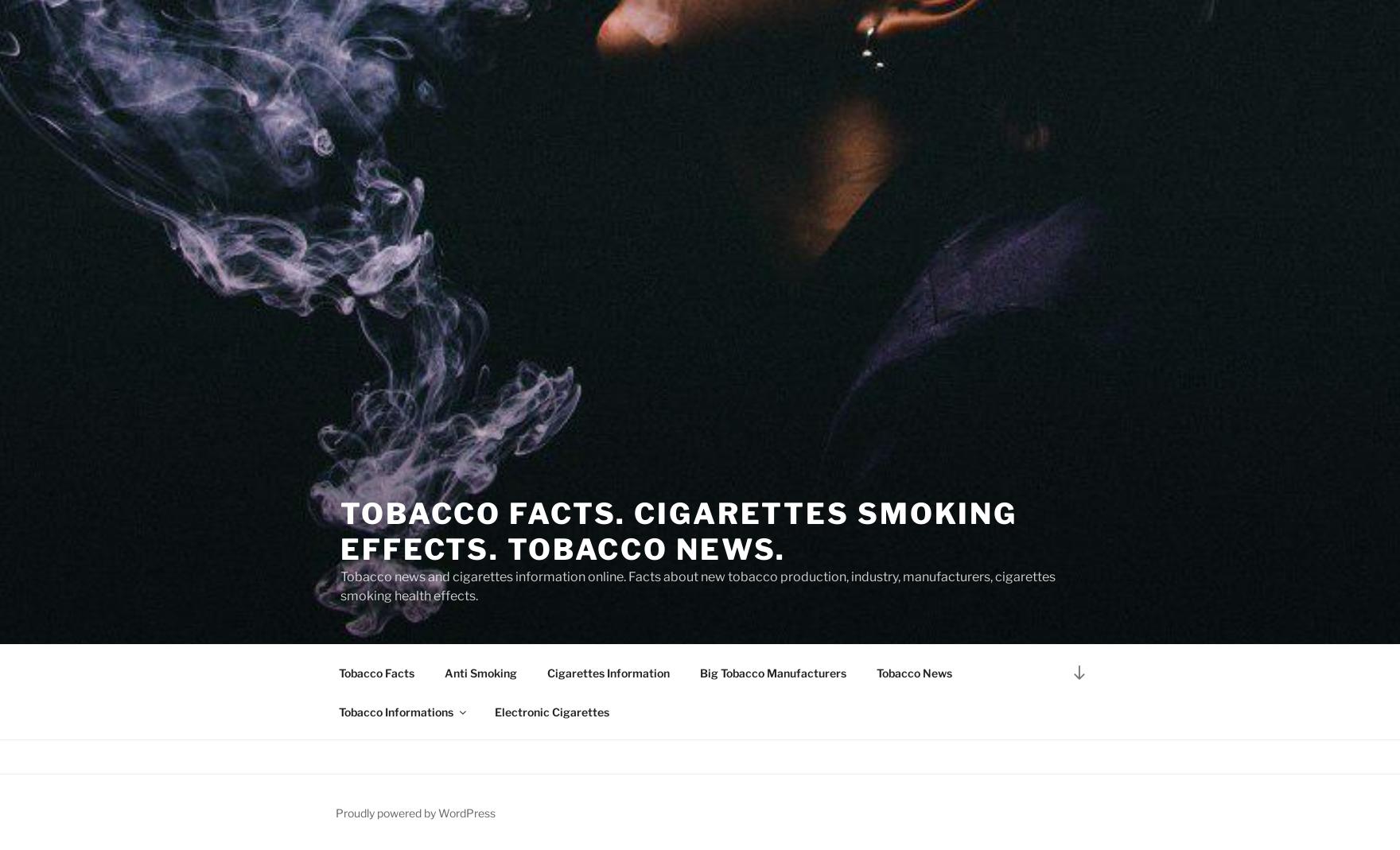 The width and height of the screenshot is (1400, 850). I want to click on 'Tobacco Informations', so click(395, 710).